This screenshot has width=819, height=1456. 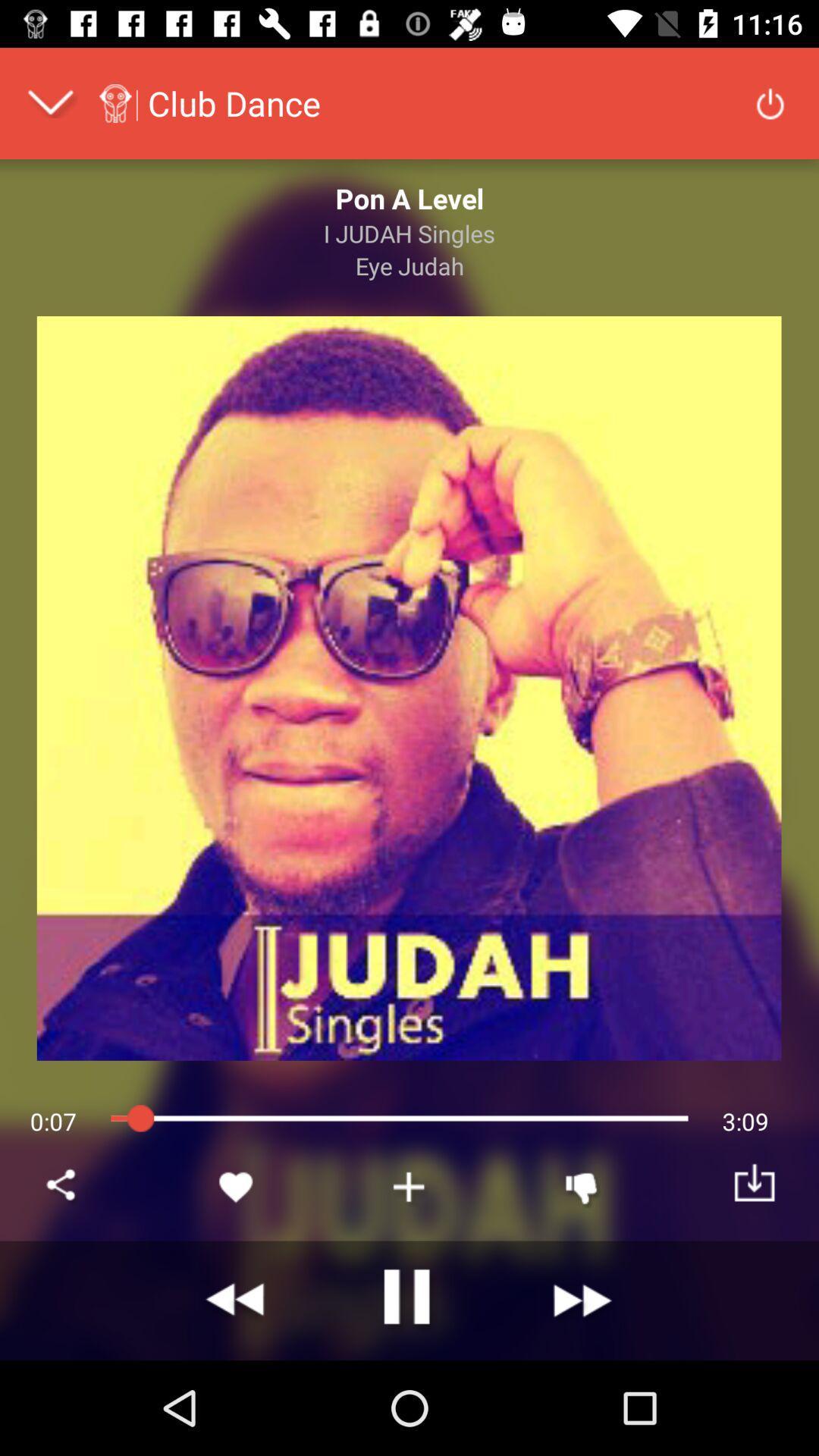 I want to click on the av_forward icon, so click(x=581, y=1300).